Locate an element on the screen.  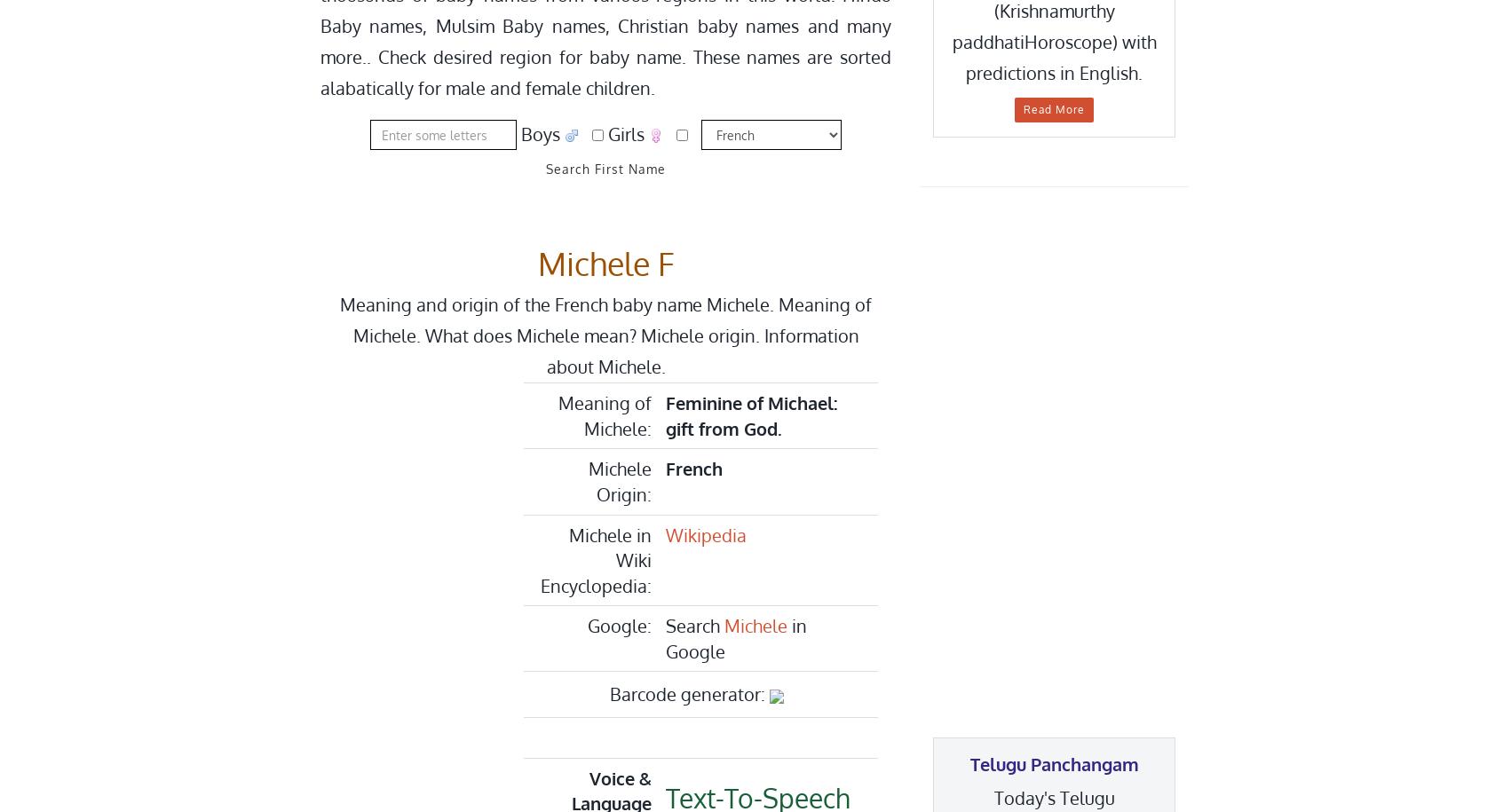
'Google:' is located at coordinates (619, 625).